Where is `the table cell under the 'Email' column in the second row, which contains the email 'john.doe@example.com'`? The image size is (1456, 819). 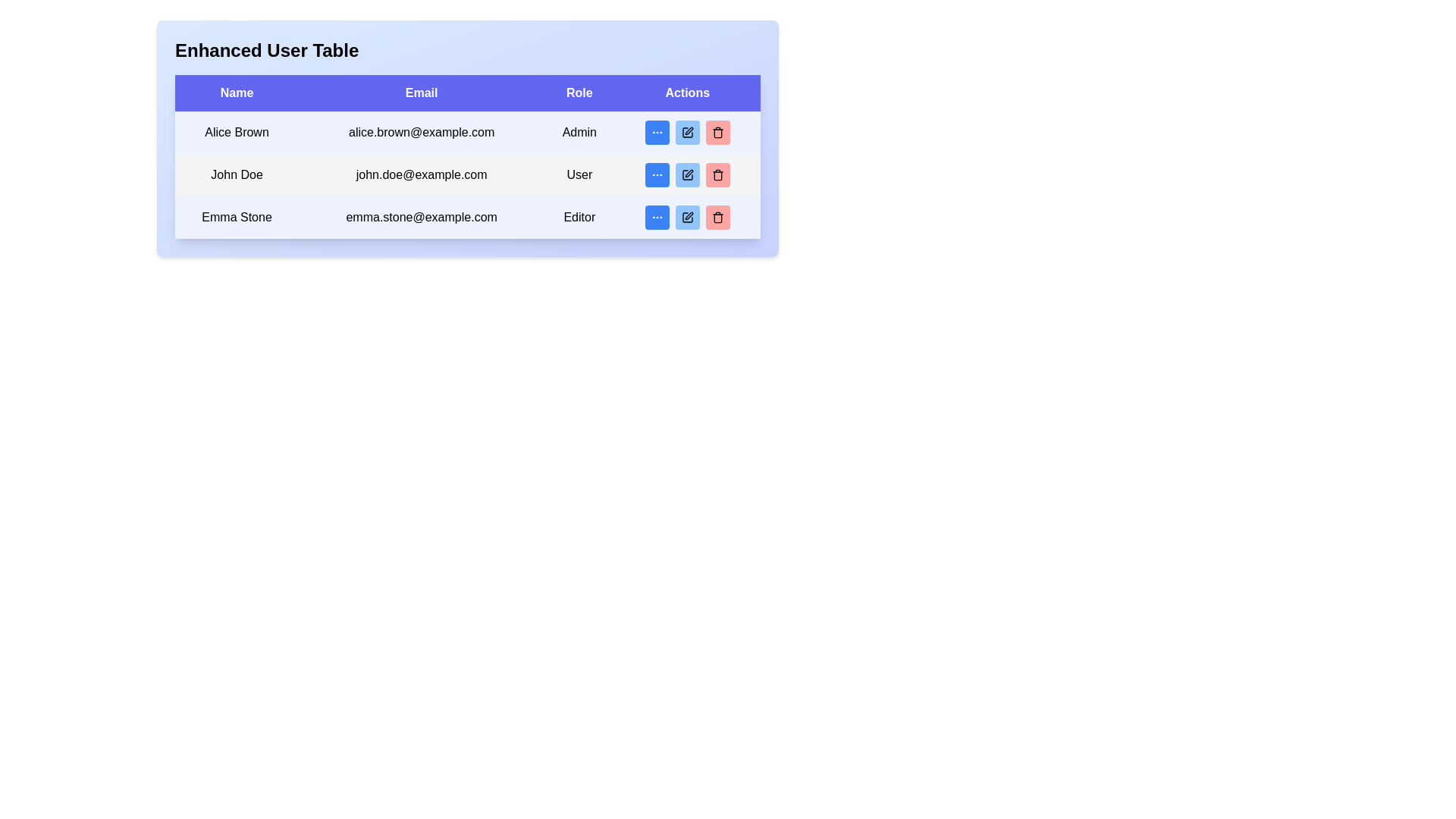 the table cell under the 'Email' column in the second row, which contains the email 'john.doe@example.com' is located at coordinates (467, 157).